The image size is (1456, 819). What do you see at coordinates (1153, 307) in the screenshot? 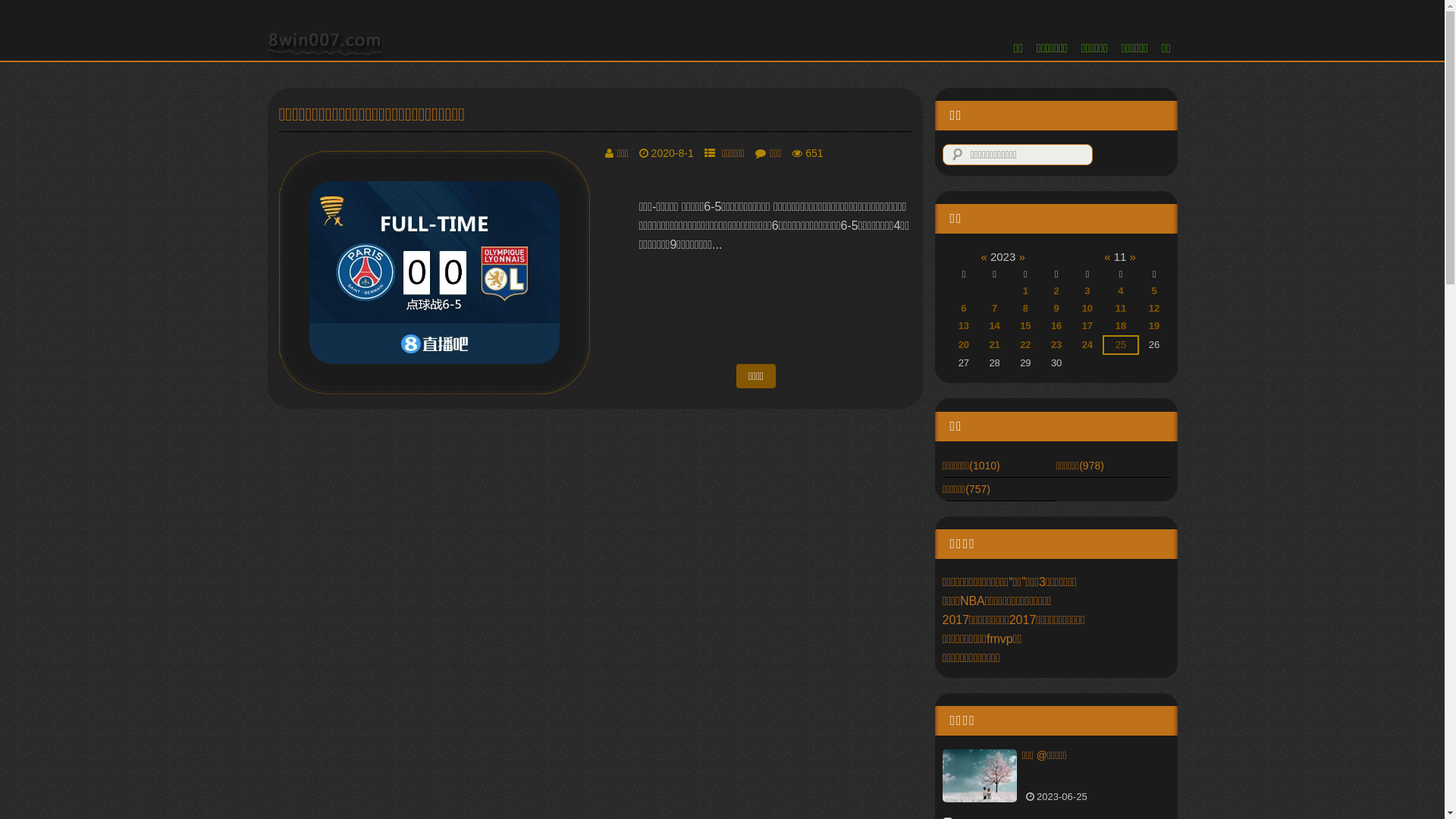
I see `'12'` at bounding box center [1153, 307].